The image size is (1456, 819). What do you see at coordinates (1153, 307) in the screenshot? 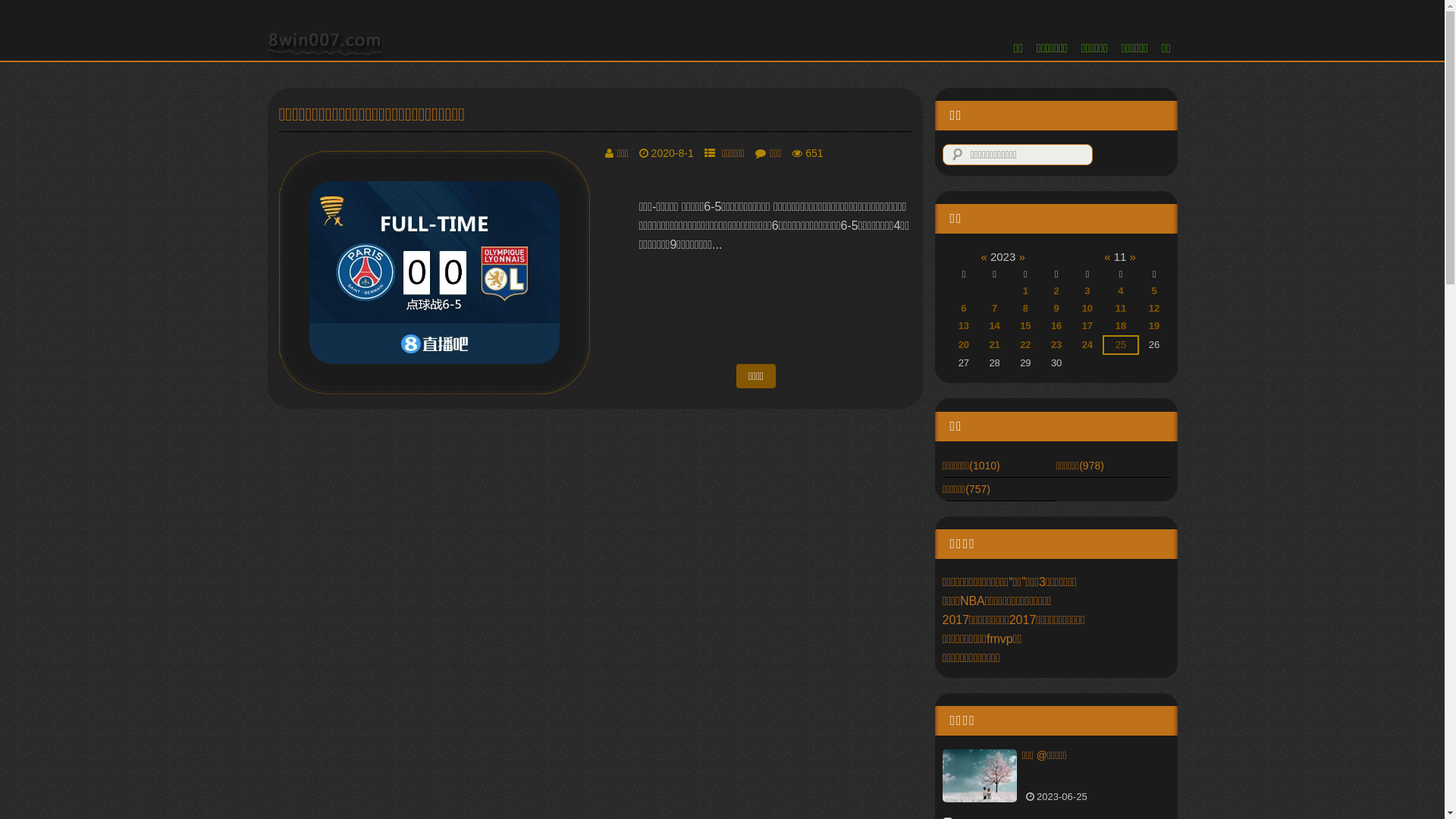
I see `'12'` at bounding box center [1153, 307].